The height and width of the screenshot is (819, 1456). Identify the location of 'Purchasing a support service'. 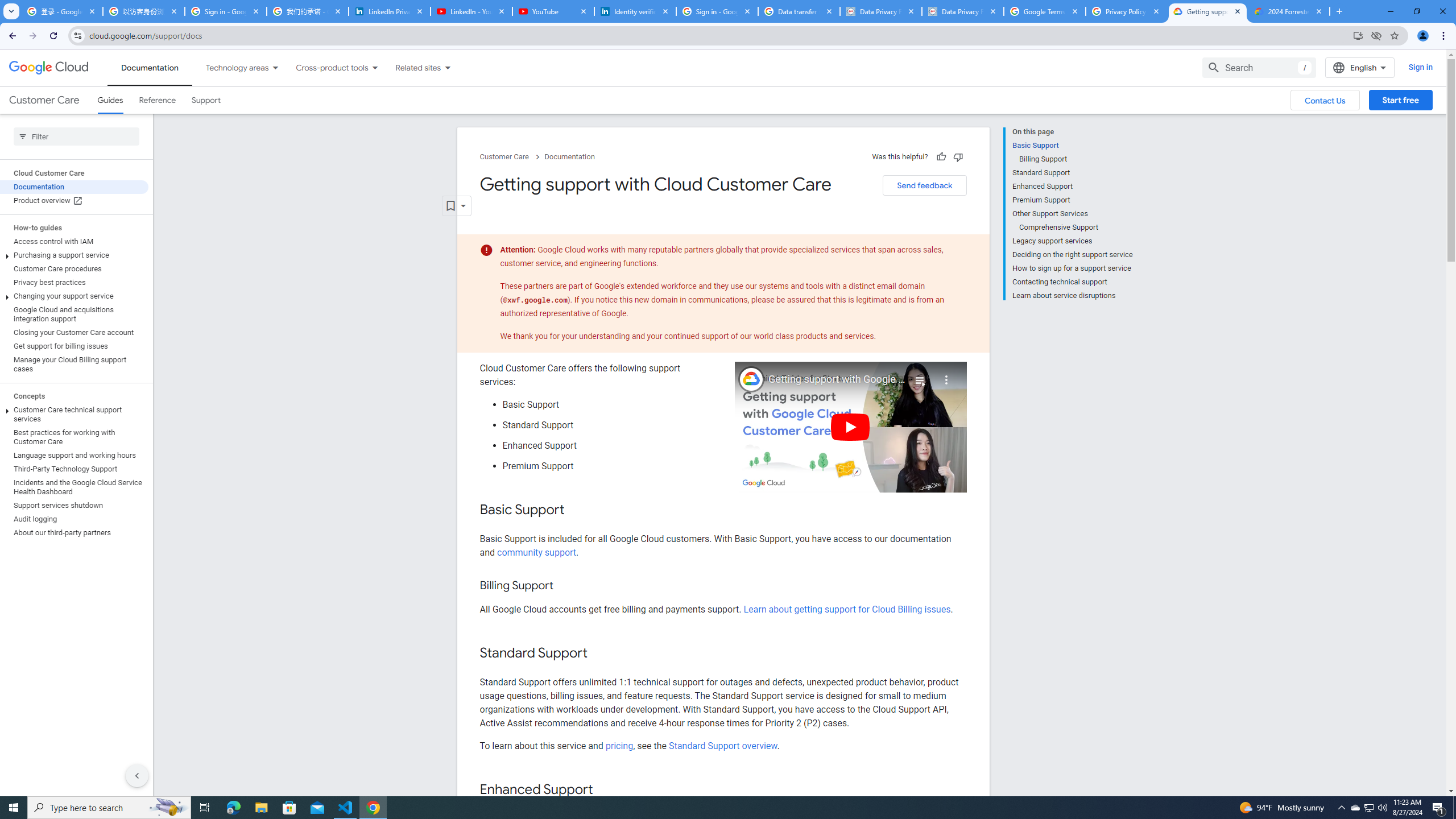
(74, 255).